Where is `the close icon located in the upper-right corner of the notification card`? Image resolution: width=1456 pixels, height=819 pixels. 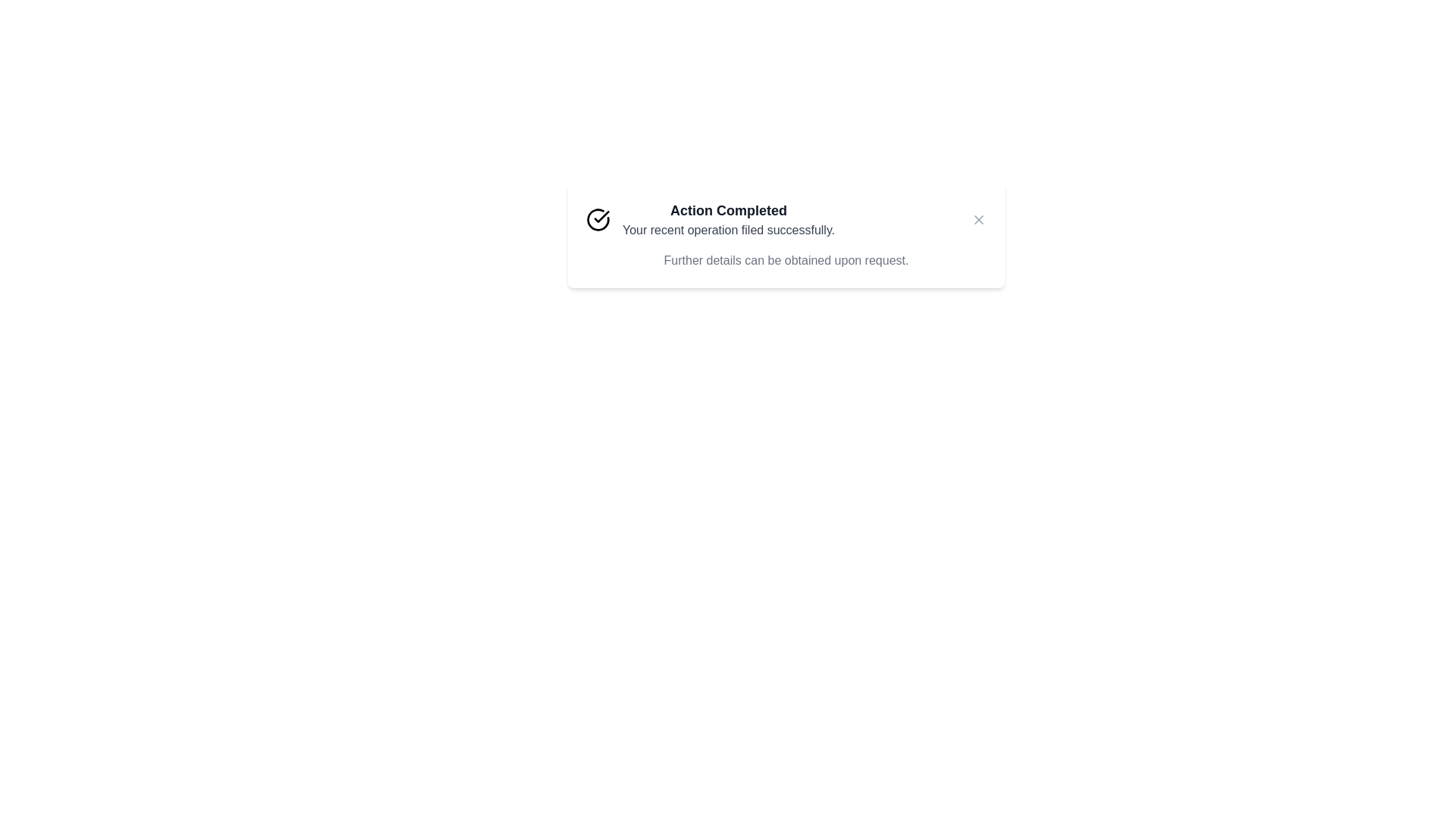
the close icon located in the upper-right corner of the notification card is located at coordinates (979, 219).